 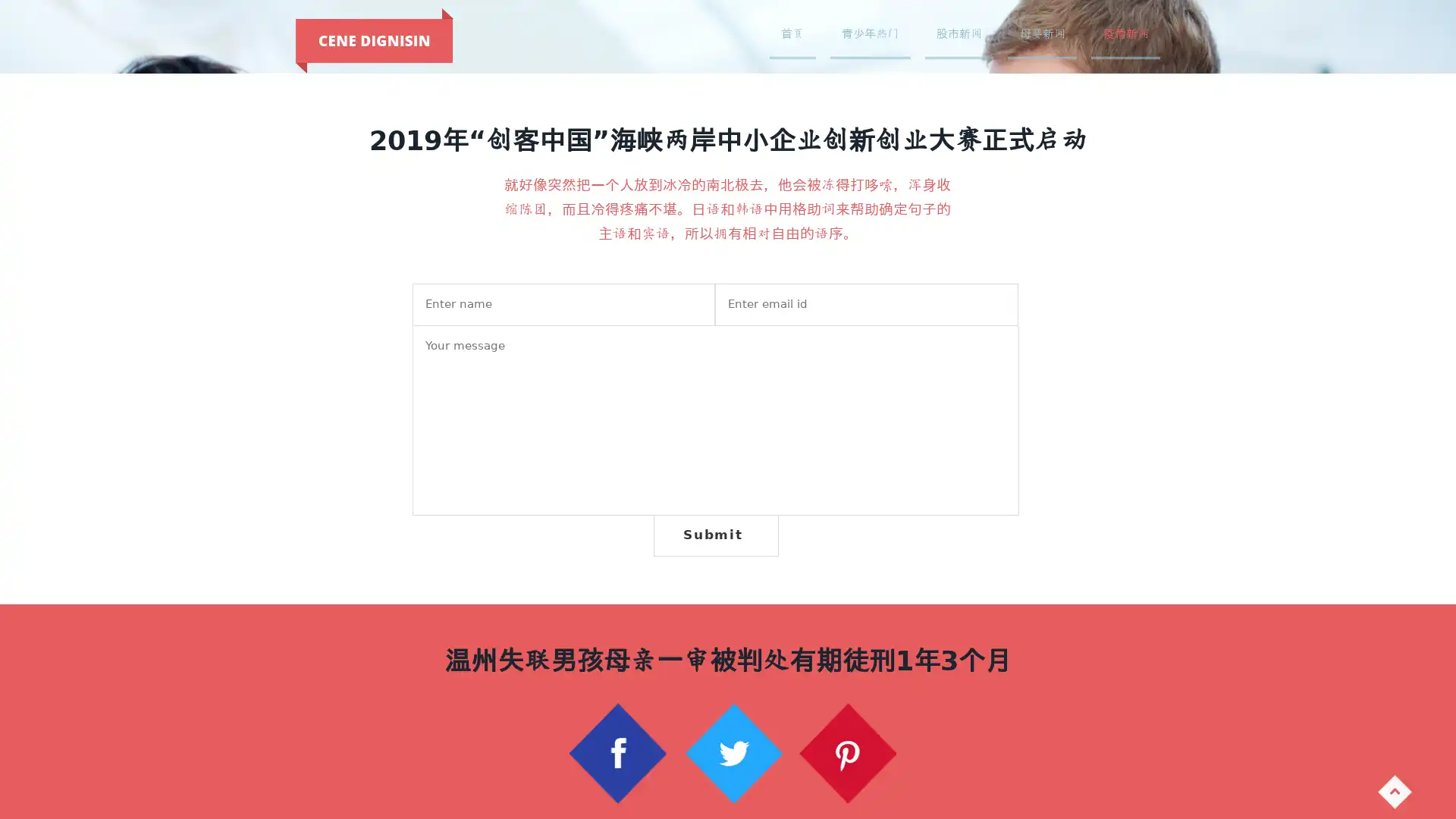 What do you see at coordinates (714, 534) in the screenshot?
I see `Submit` at bounding box center [714, 534].